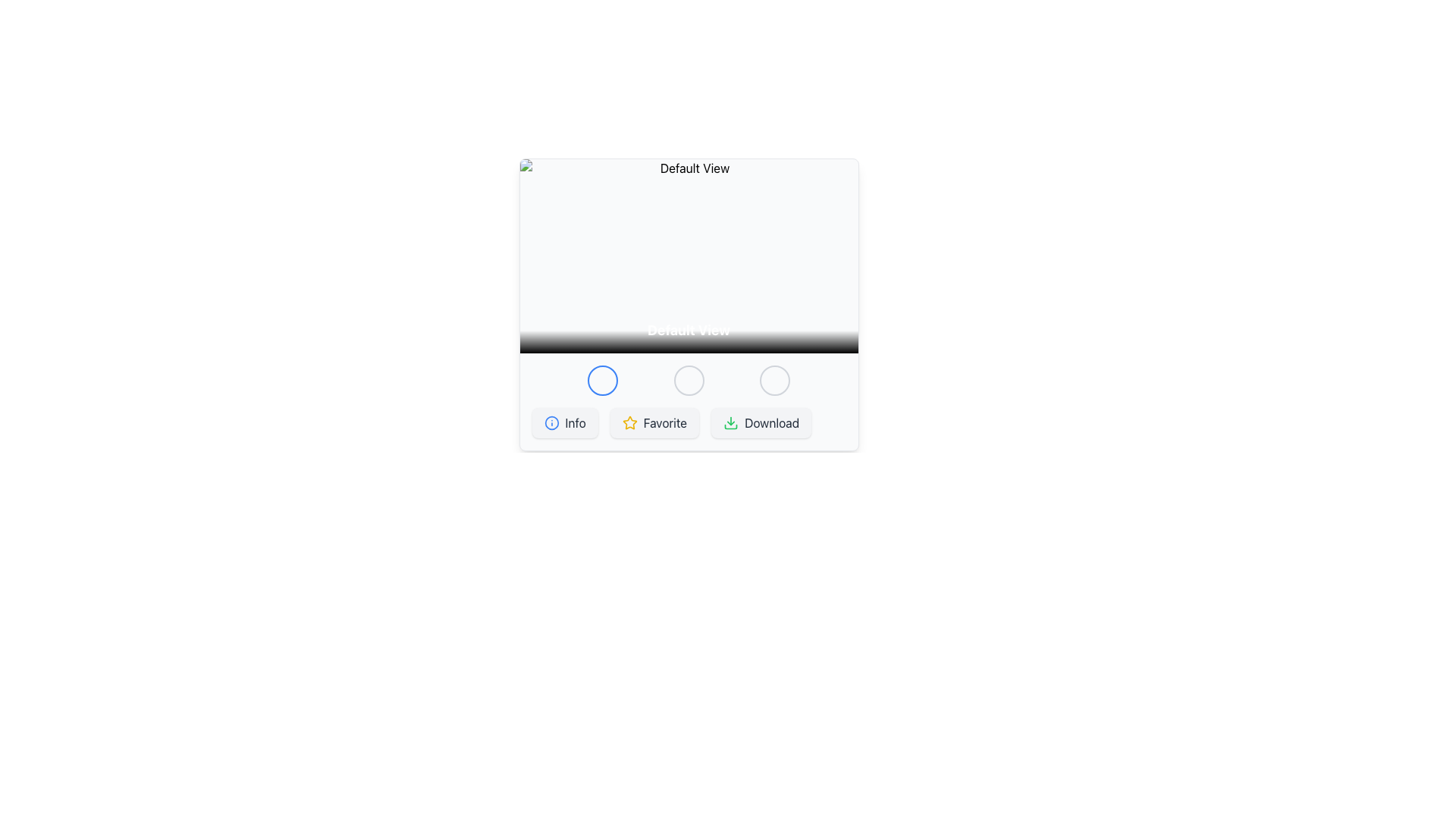 This screenshot has width=1456, height=819. Describe the element at coordinates (629, 422) in the screenshot. I see `the star icon located to the left of the 'Favorite' button to mark it as favorite` at that location.